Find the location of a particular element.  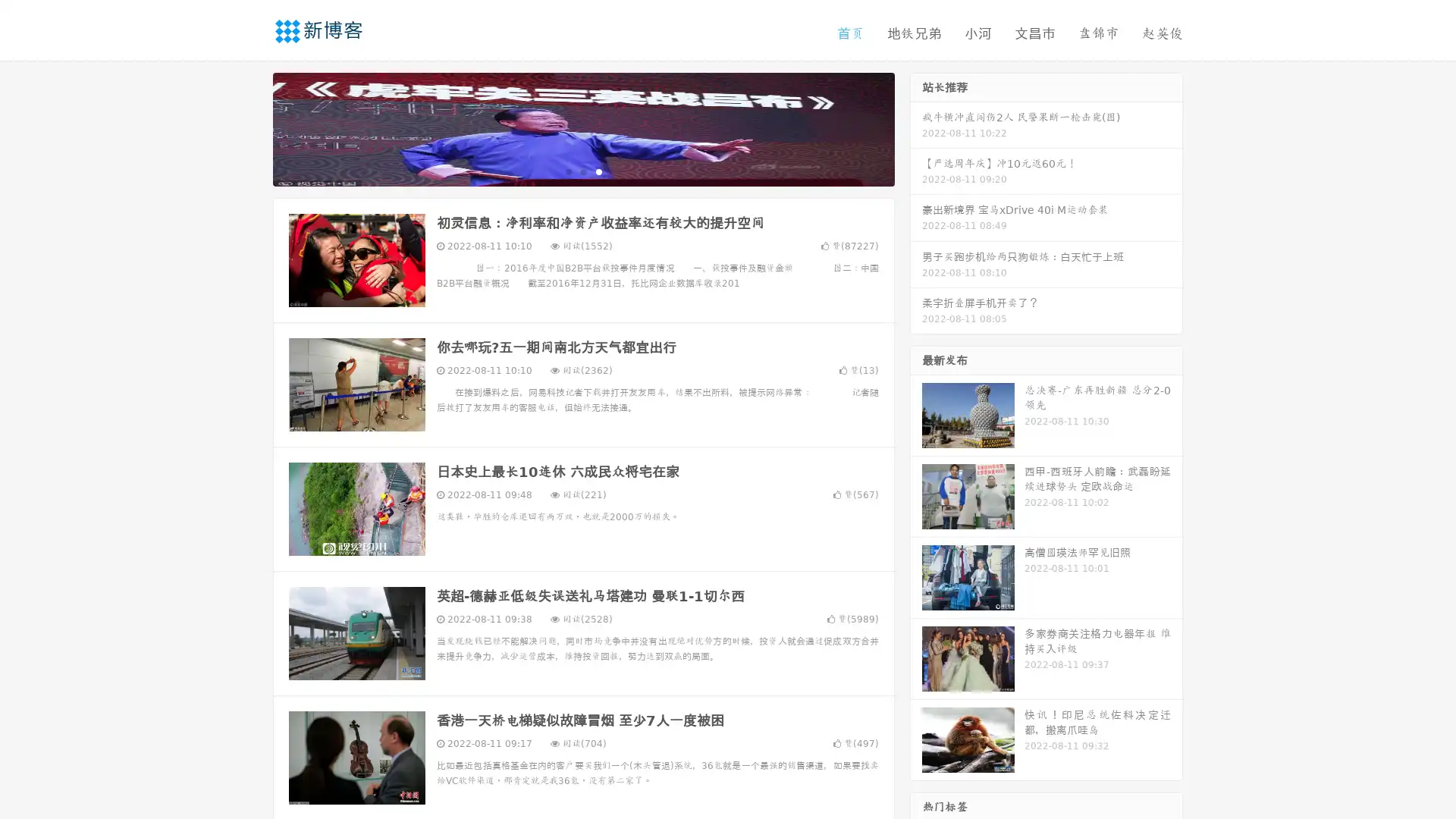

Next slide is located at coordinates (916, 127).